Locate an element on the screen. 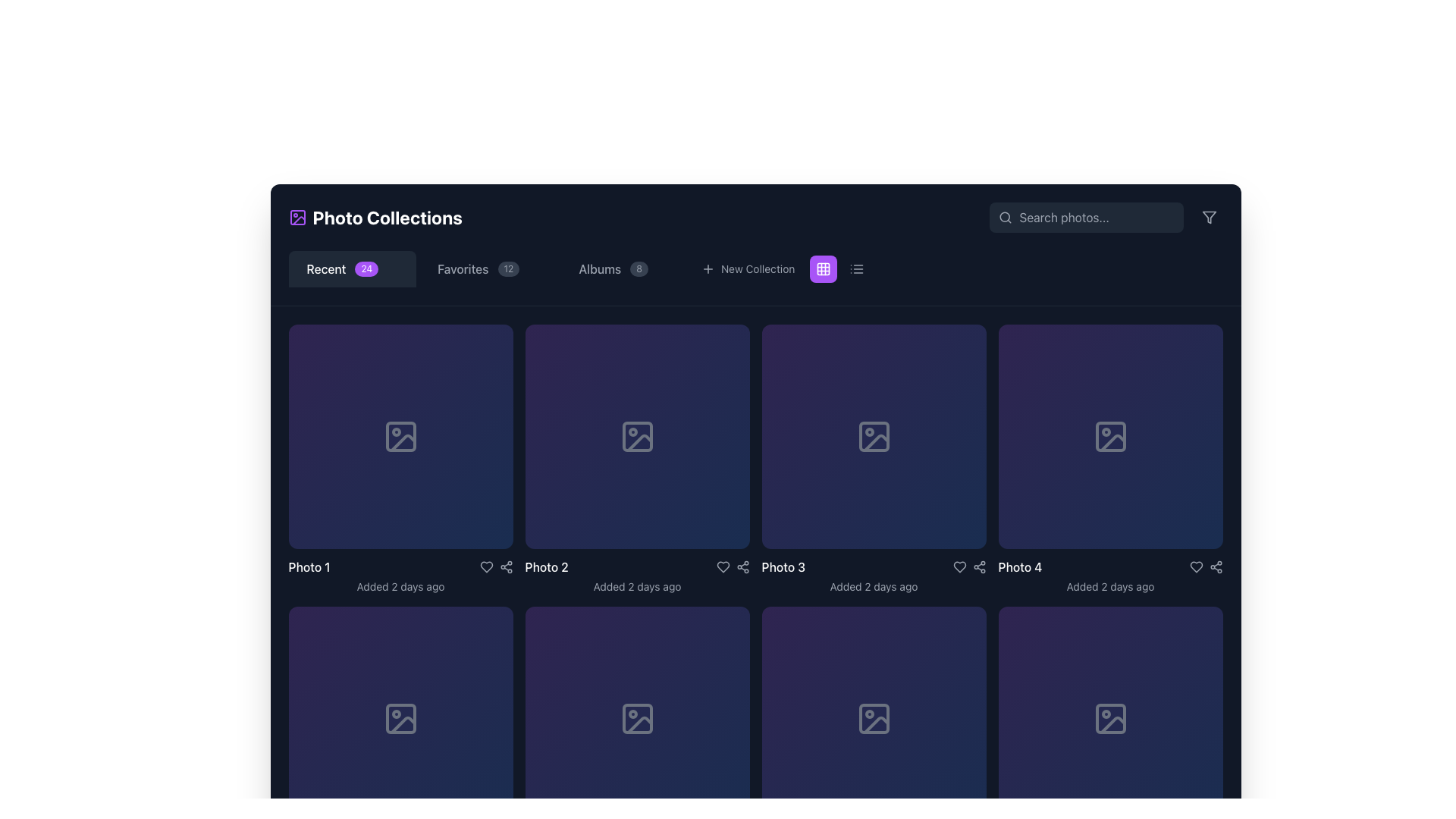 This screenshot has height=819, width=1456. the second image placeholder in the grid, which has a gradient background and contains a muted gray image icon is located at coordinates (637, 436).